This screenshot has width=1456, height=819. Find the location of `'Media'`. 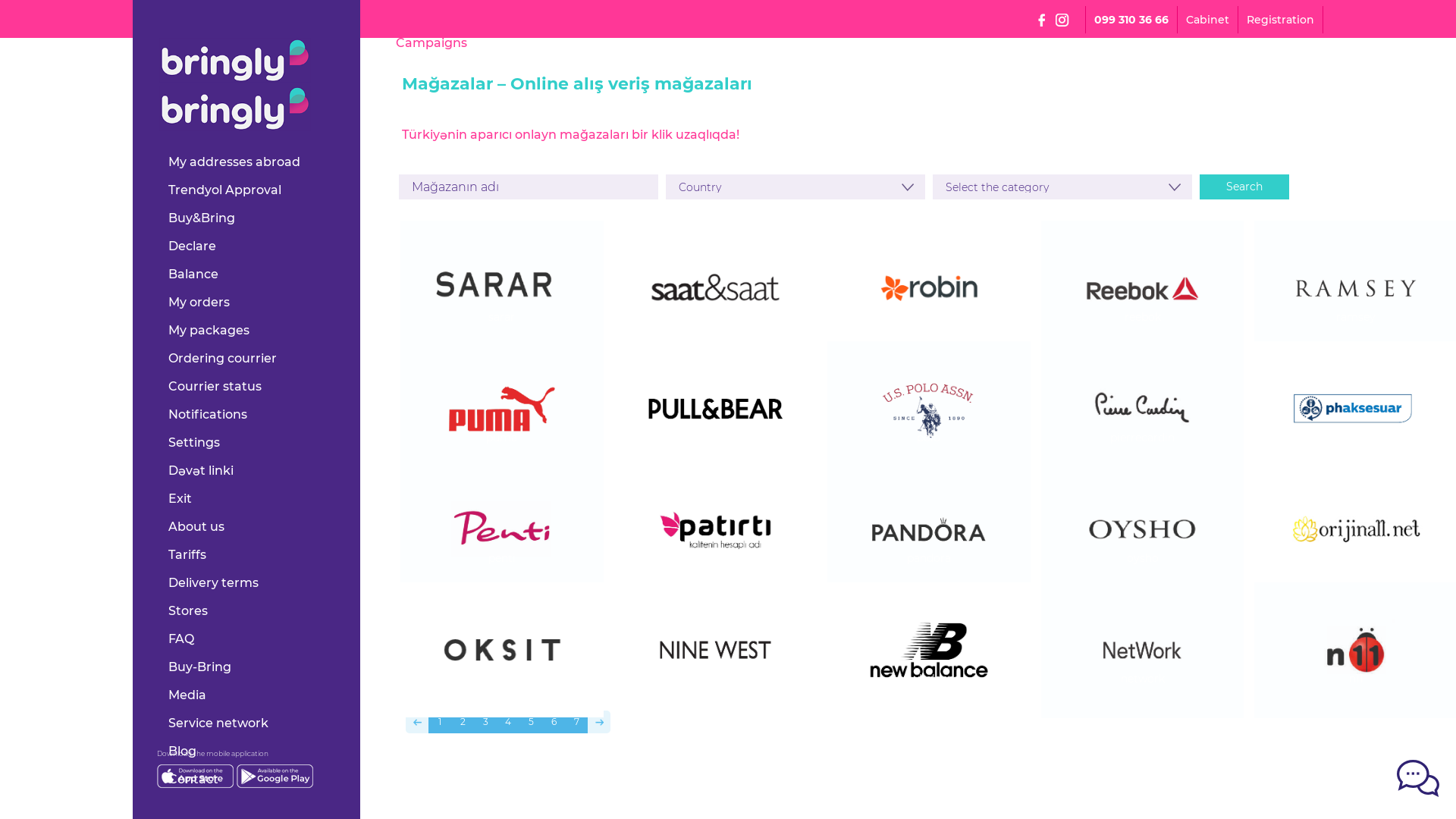

'Media' is located at coordinates (186, 695).